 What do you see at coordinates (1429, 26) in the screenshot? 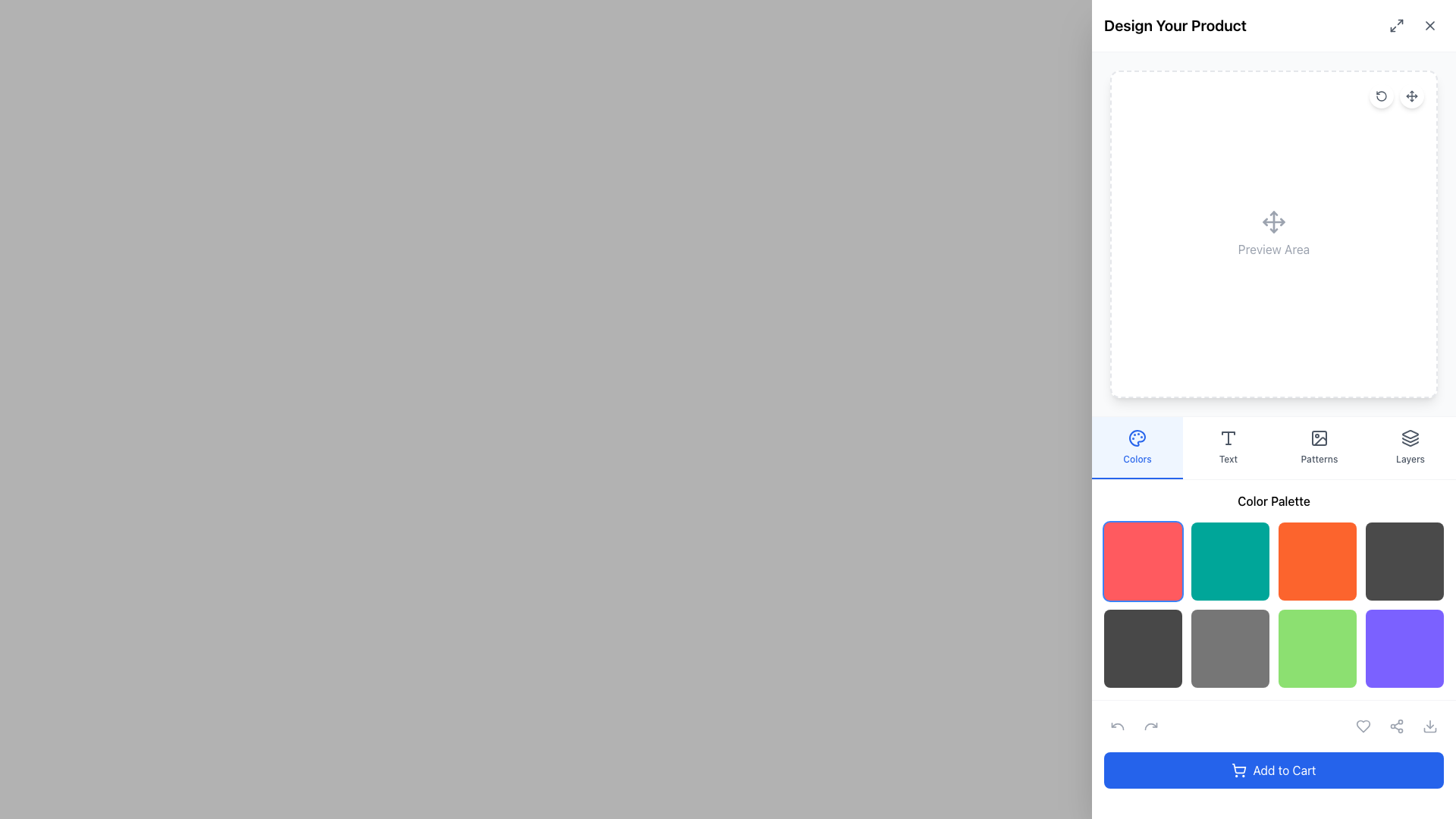
I see `the small close ('x') button icon located in the upper-right corner of the 'Design Your Product' panel, adjacent to the fullscreen expand button` at bounding box center [1429, 26].